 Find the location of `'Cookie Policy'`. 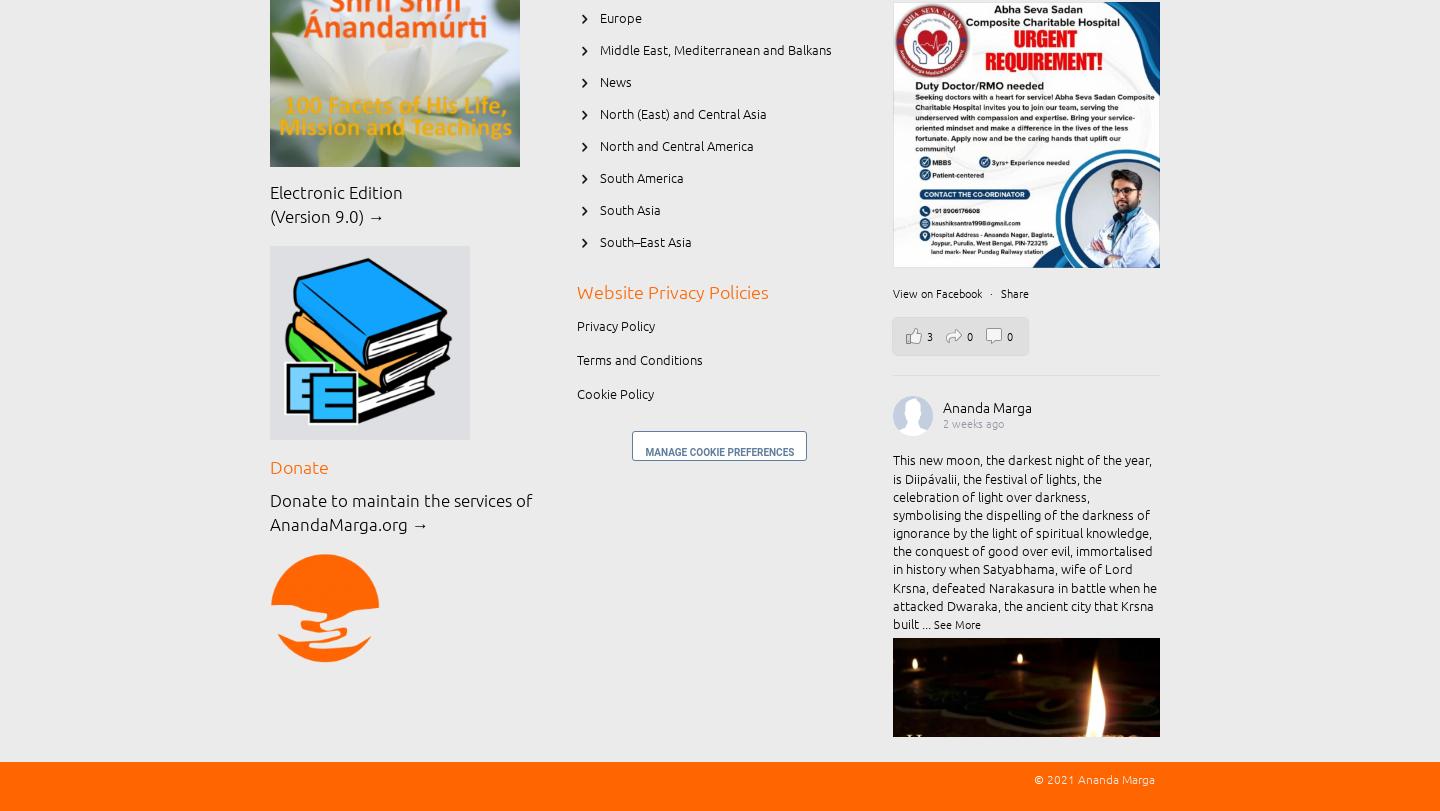

'Cookie Policy' is located at coordinates (613, 394).